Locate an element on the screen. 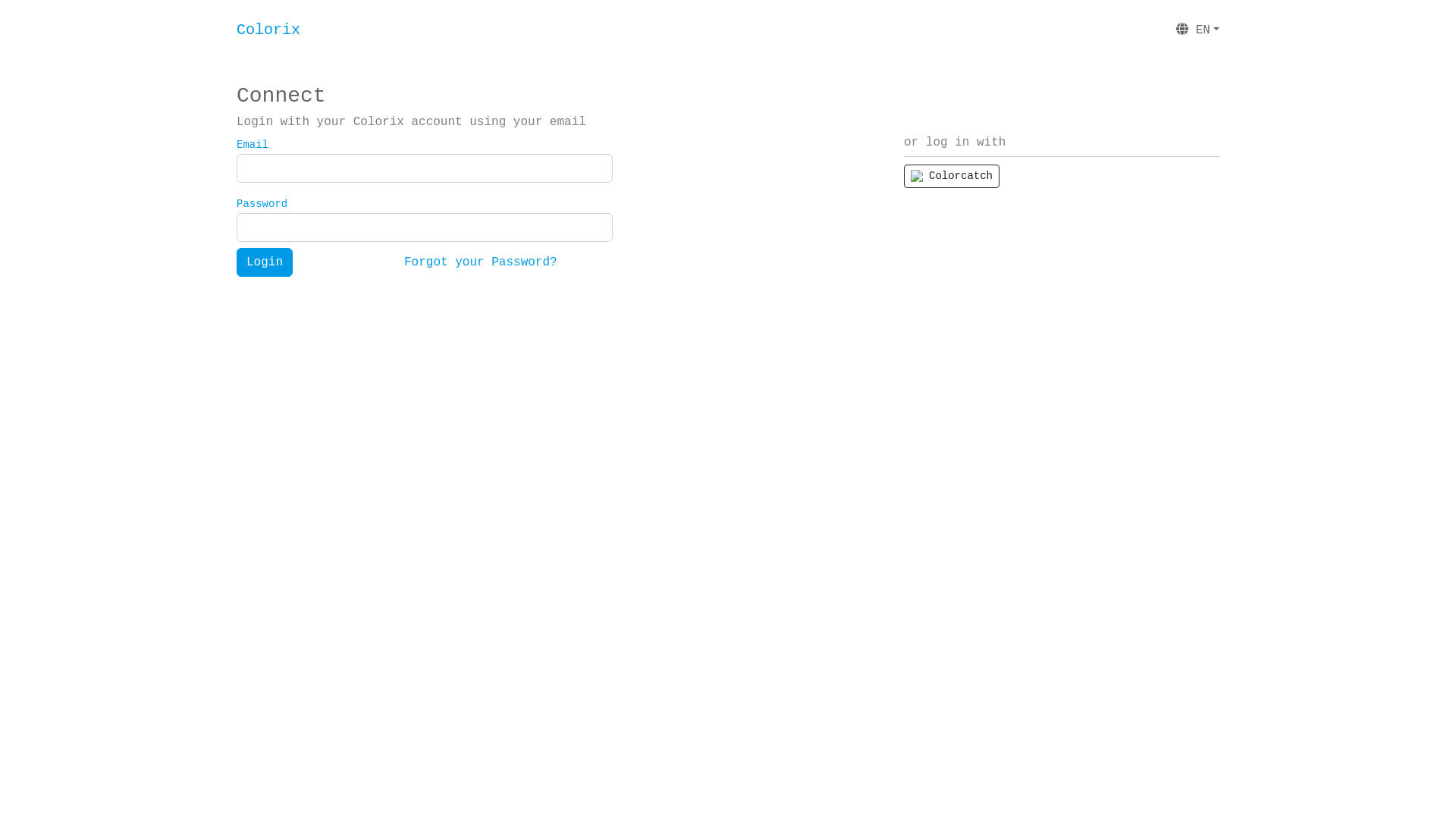 This screenshot has width=1456, height=819. 'Colorcatch' is located at coordinates (903, 175).